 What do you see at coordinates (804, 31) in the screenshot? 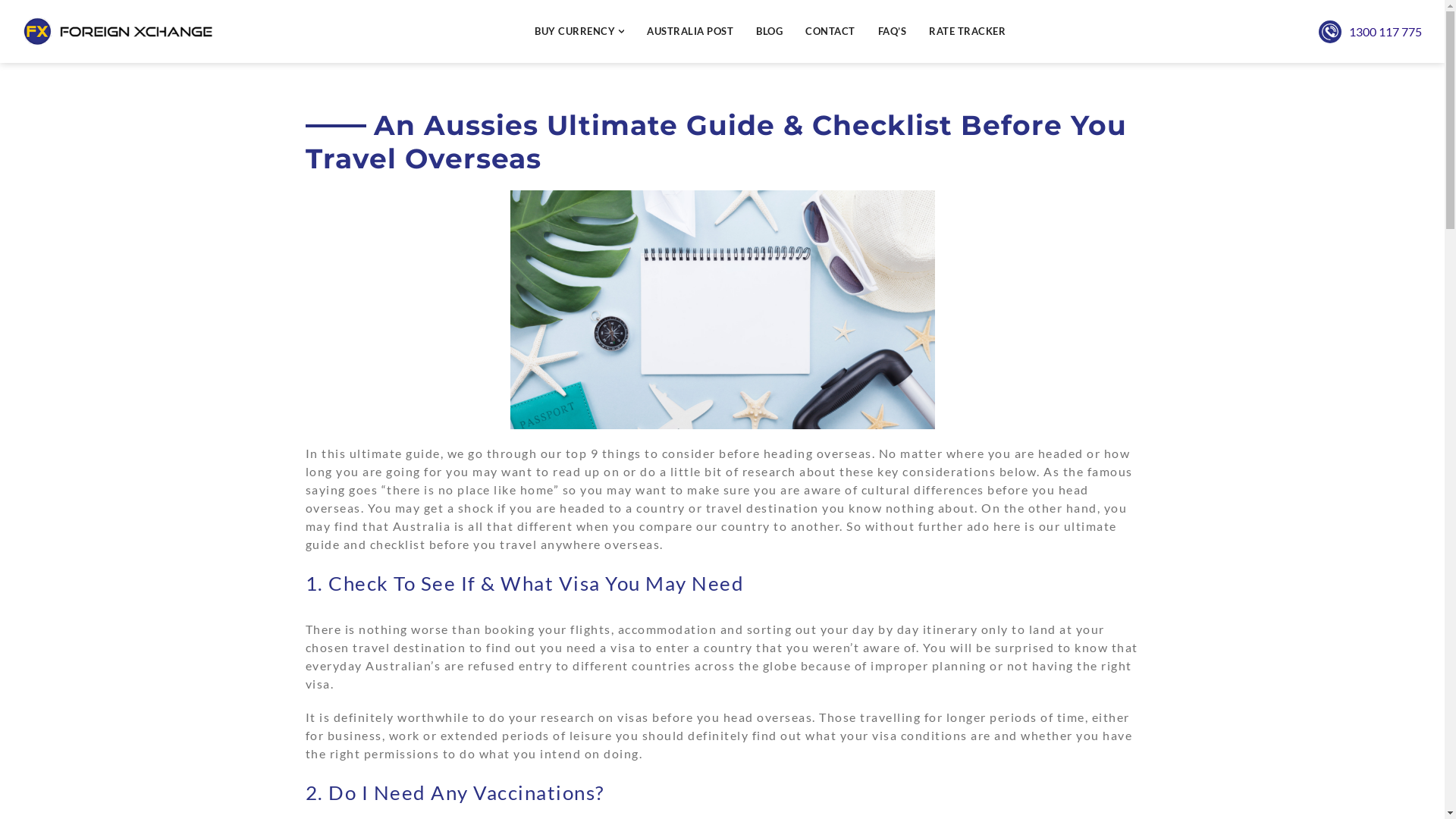
I see `'CONTACT'` at bounding box center [804, 31].